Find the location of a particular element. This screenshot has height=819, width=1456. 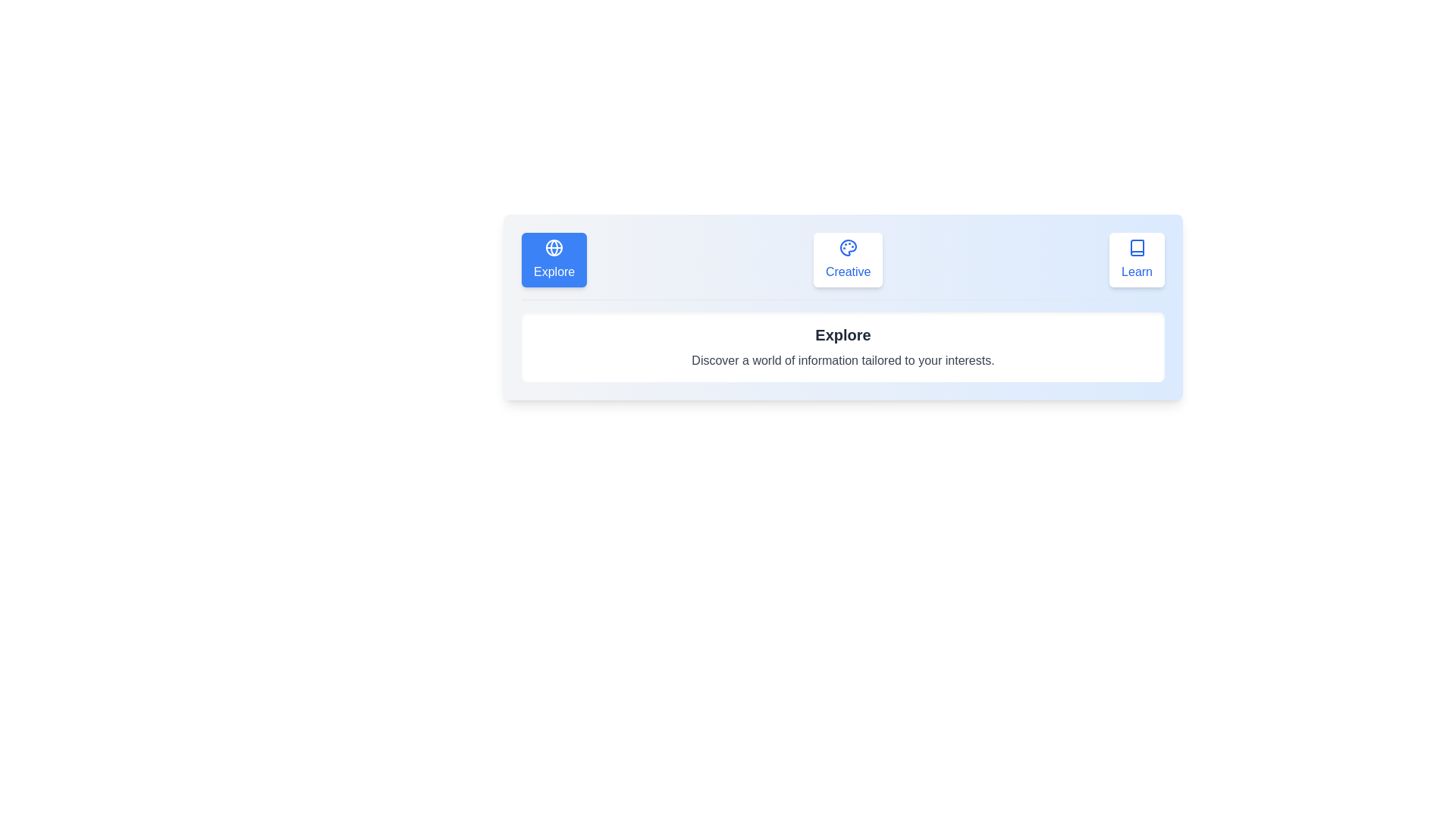

the icon of the tab labeled Creative is located at coordinates (847, 259).